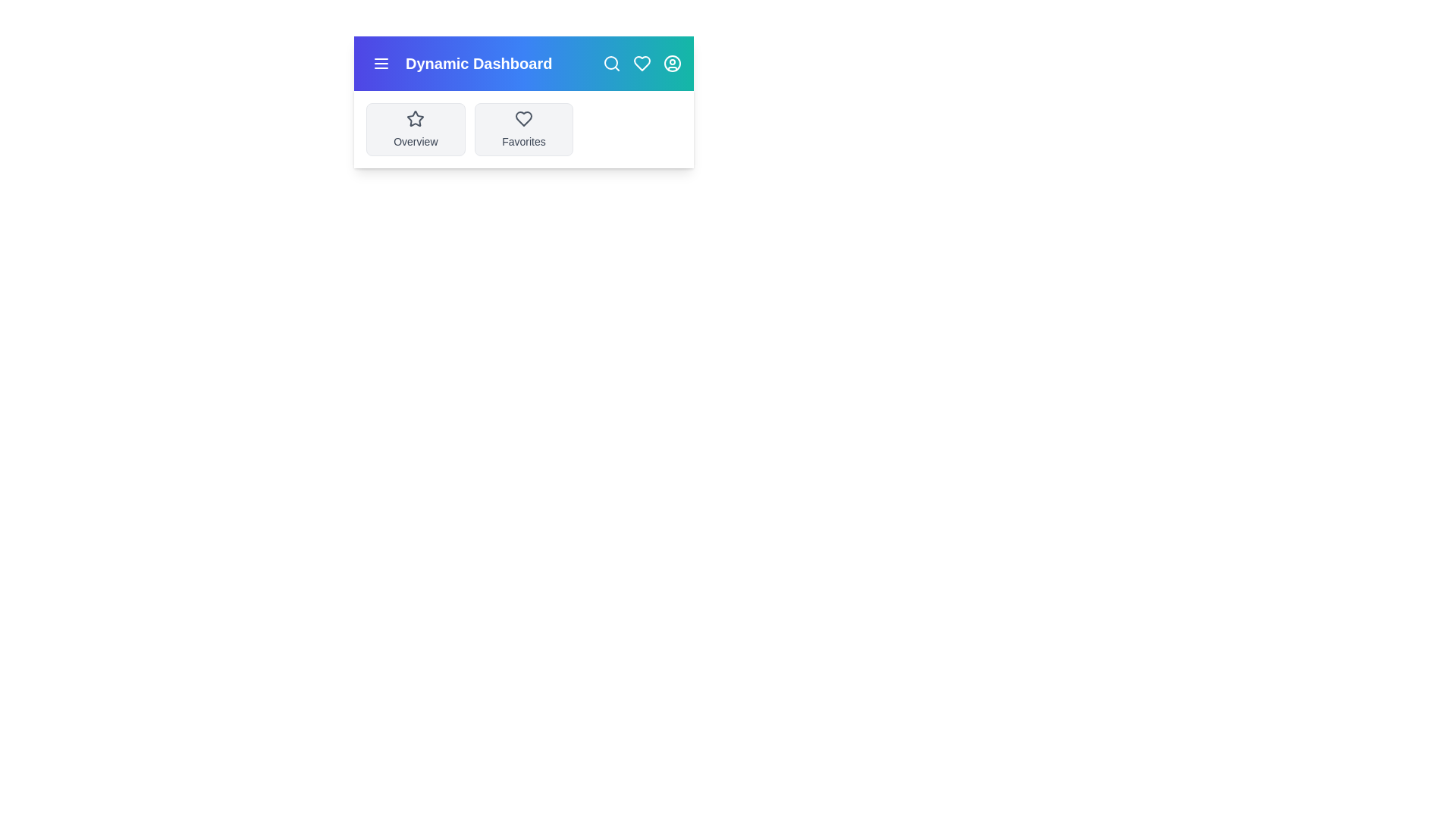 Image resolution: width=1456 pixels, height=819 pixels. What do you see at coordinates (523, 128) in the screenshot?
I see `the 'Favorites' card to navigate to the favorites section` at bounding box center [523, 128].